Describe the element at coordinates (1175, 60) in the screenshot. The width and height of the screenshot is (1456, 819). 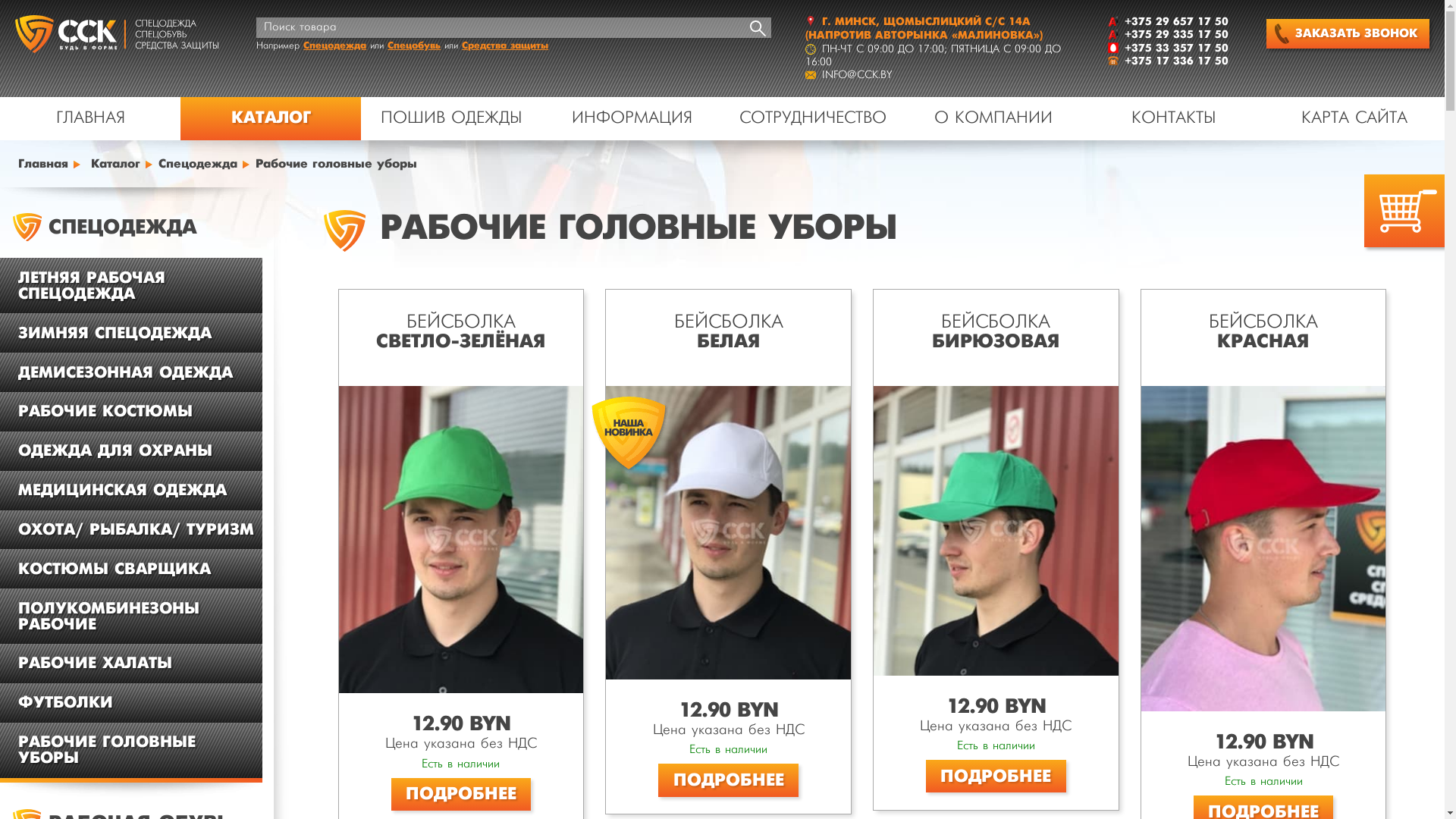
I see `'+375 17 336 17 50'` at that location.